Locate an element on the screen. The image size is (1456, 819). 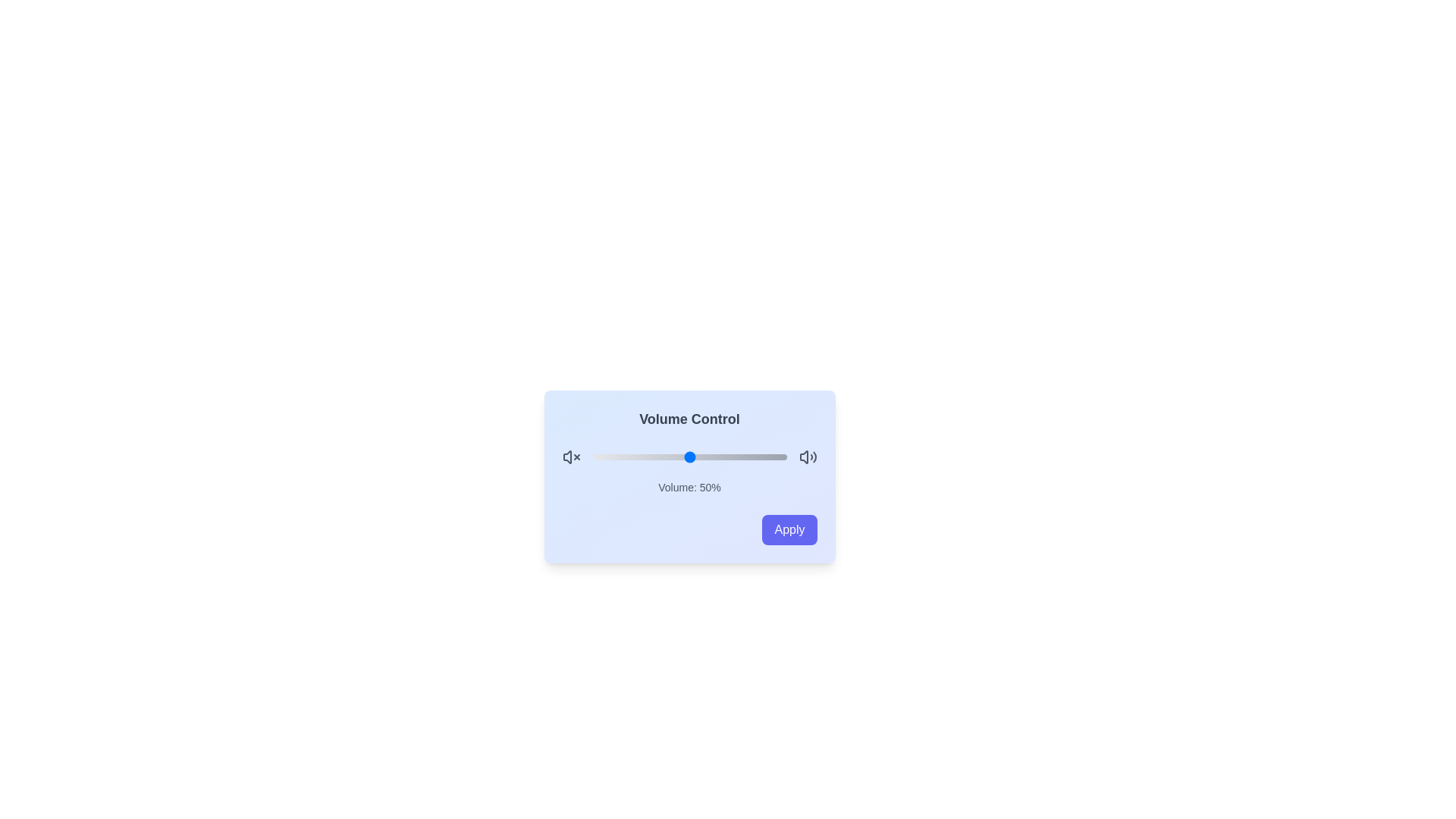
the loud icon on the right of the slider is located at coordinates (807, 456).